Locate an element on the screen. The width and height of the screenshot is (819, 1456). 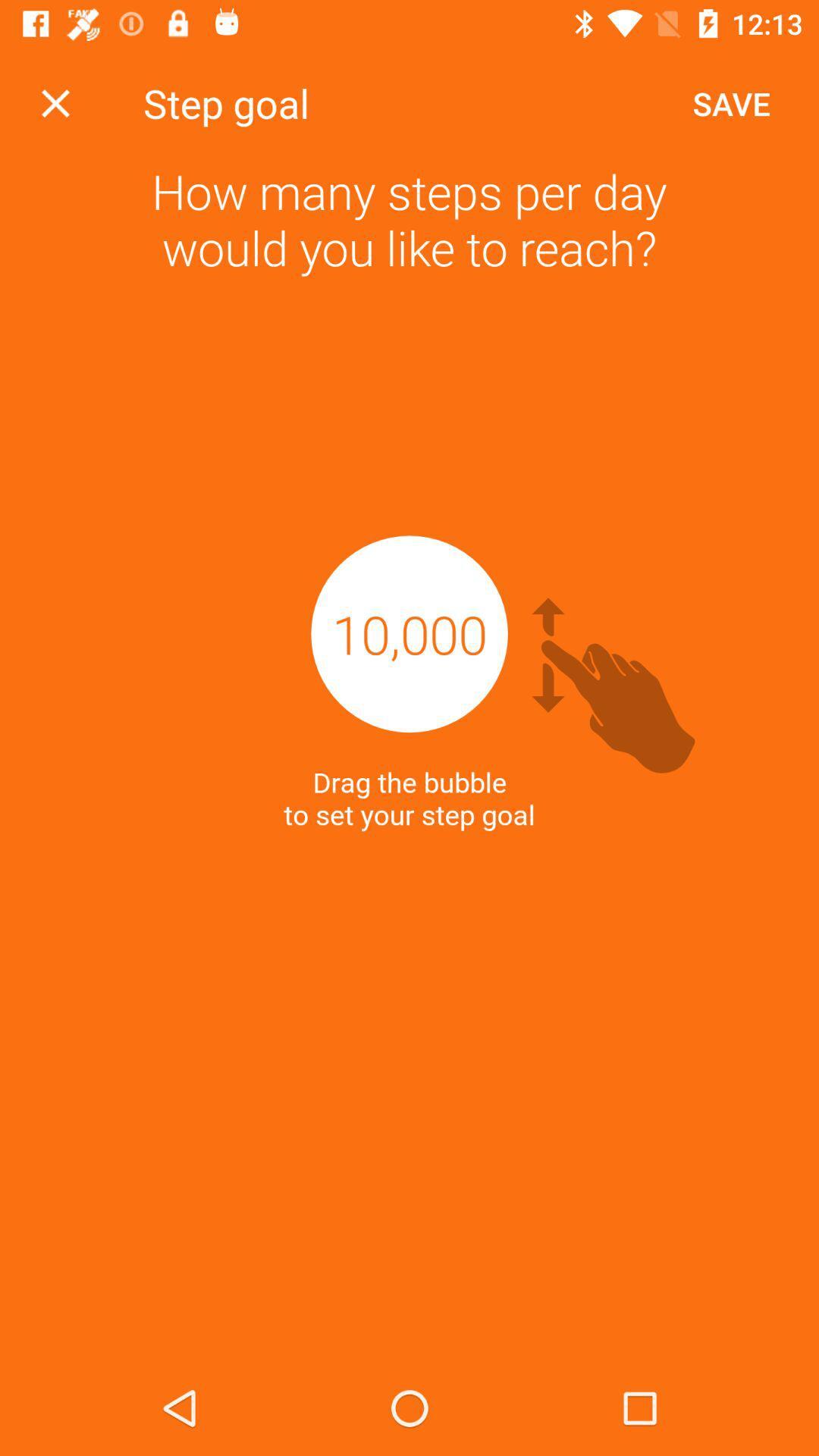
the app above the how many steps icon is located at coordinates (55, 102).